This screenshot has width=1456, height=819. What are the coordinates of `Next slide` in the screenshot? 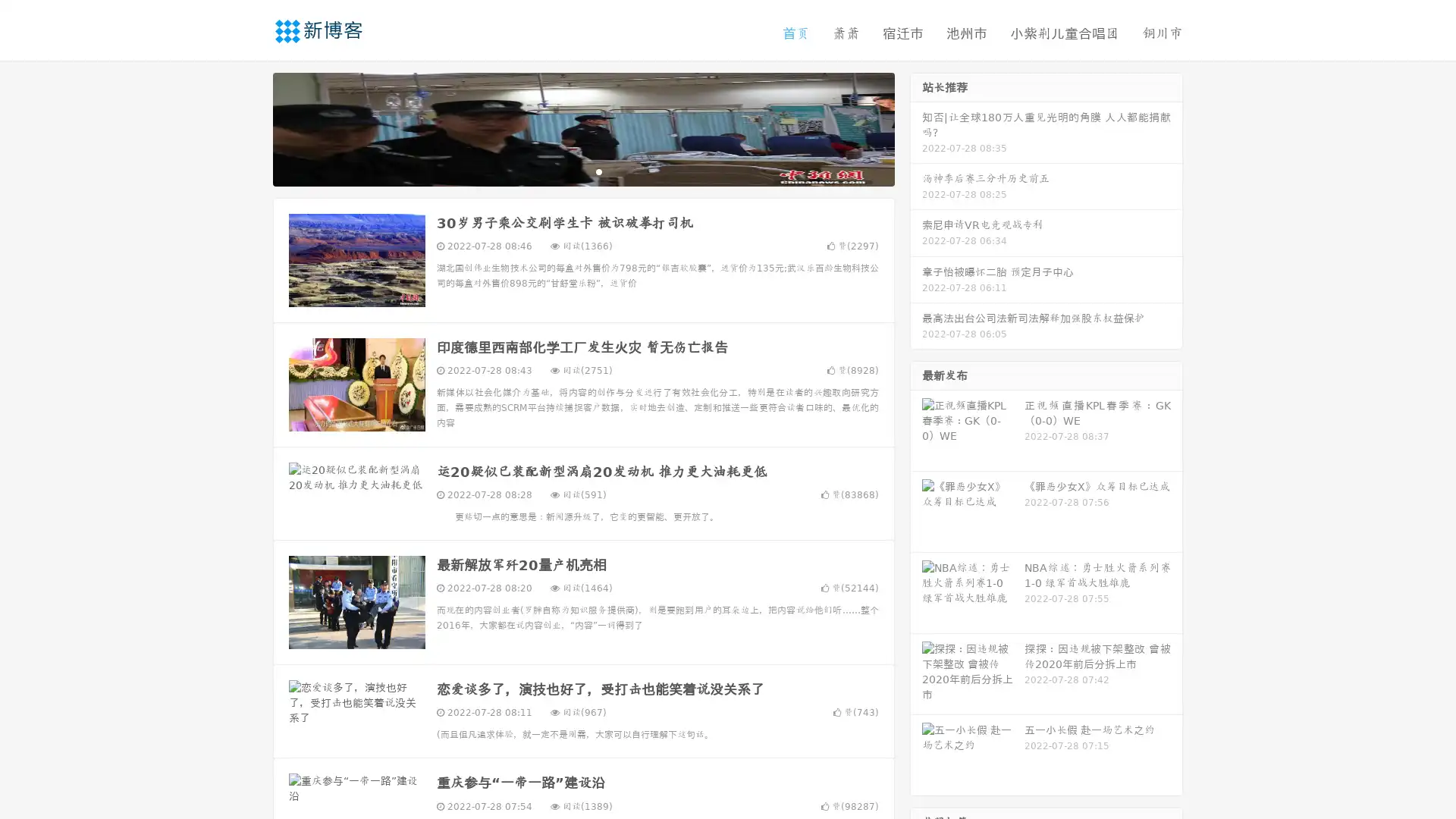 It's located at (916, 127).